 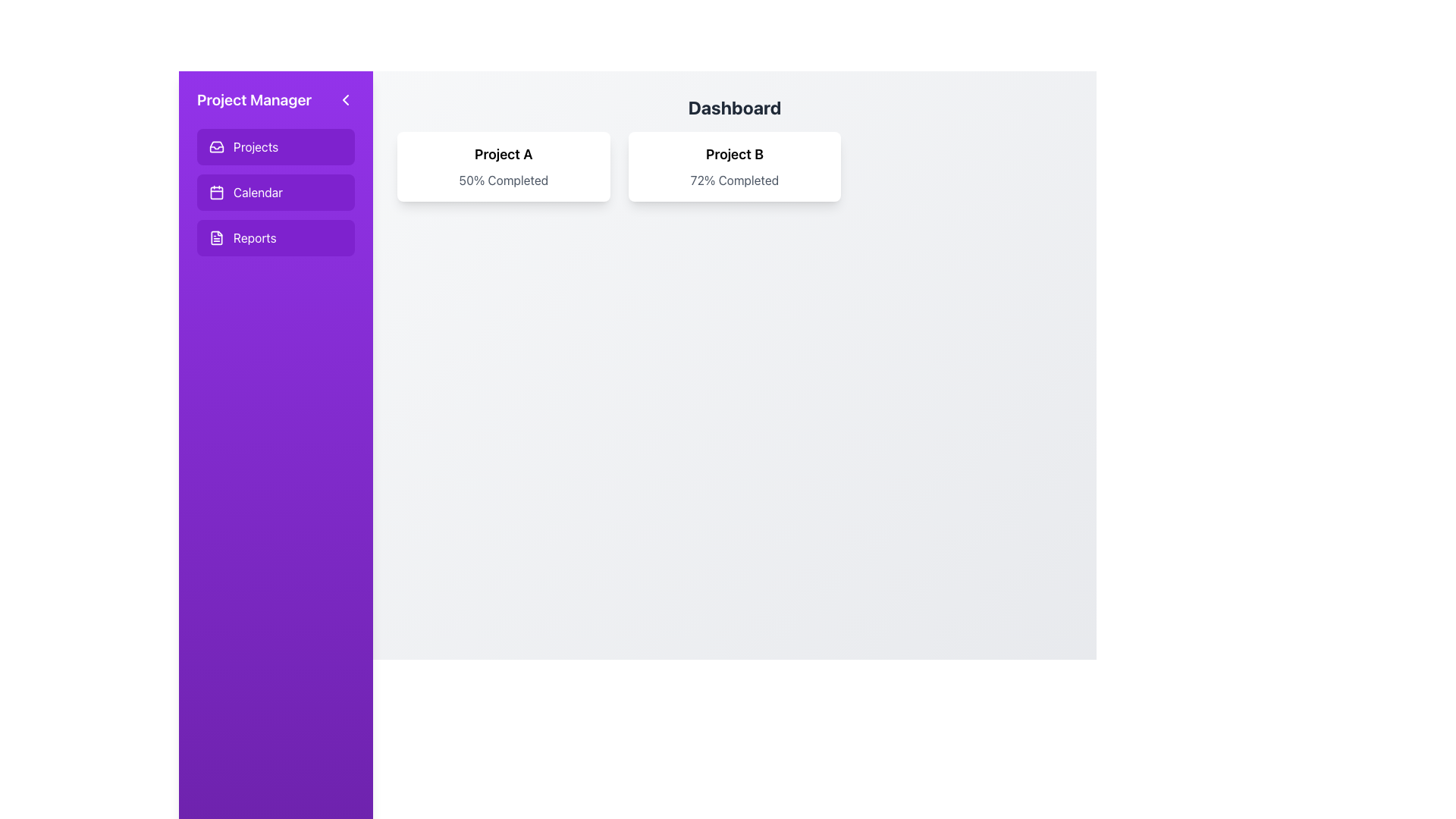 I want to click on the 'Projects' icon located in the top button of the left sidebar, which visually represents the category of 'Projects', so click(x=216, y=146).